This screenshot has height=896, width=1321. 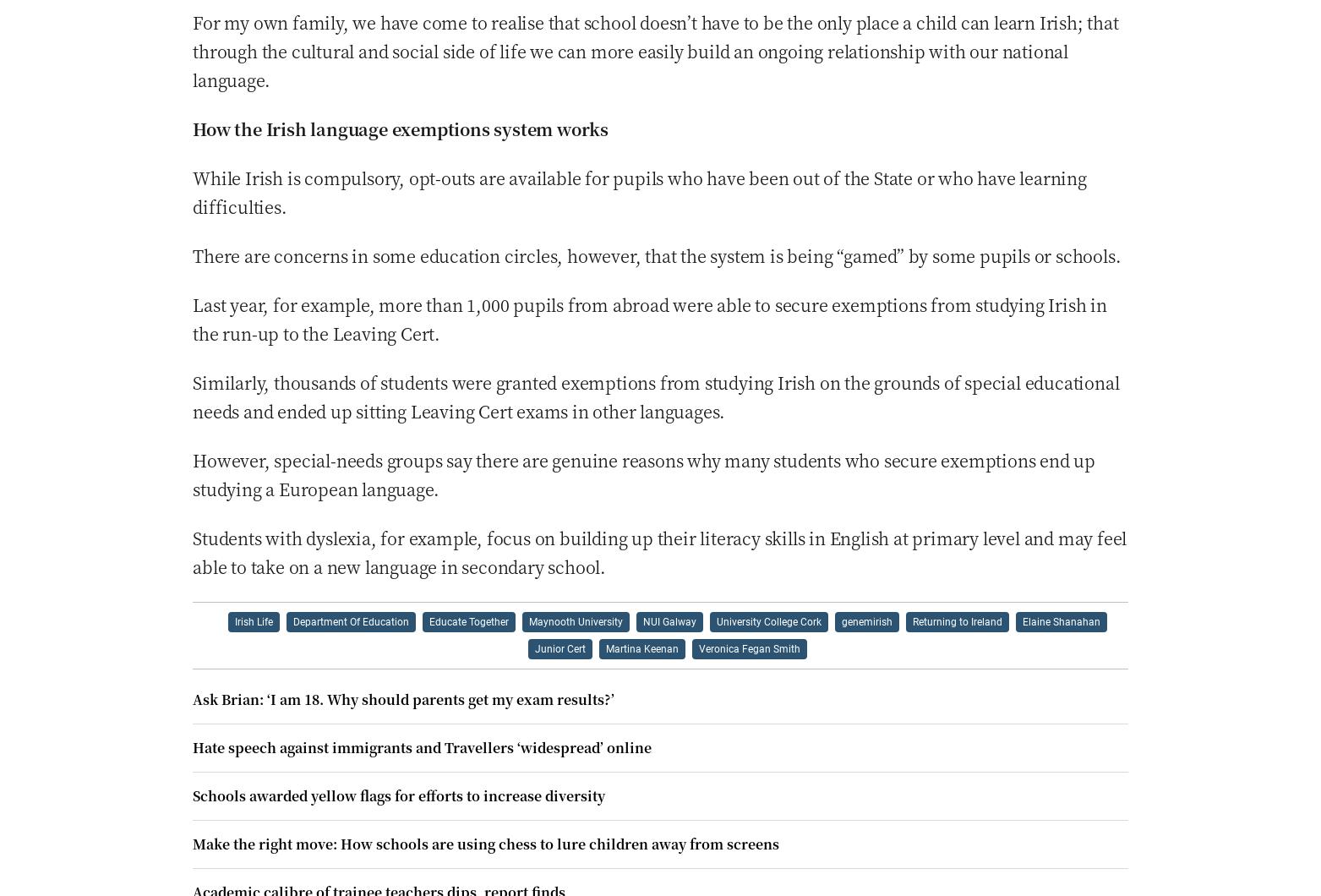 I want to click on 'Hate speech against immigrants and Travellers ‘widespread’ online', so click(x=421, y=746).